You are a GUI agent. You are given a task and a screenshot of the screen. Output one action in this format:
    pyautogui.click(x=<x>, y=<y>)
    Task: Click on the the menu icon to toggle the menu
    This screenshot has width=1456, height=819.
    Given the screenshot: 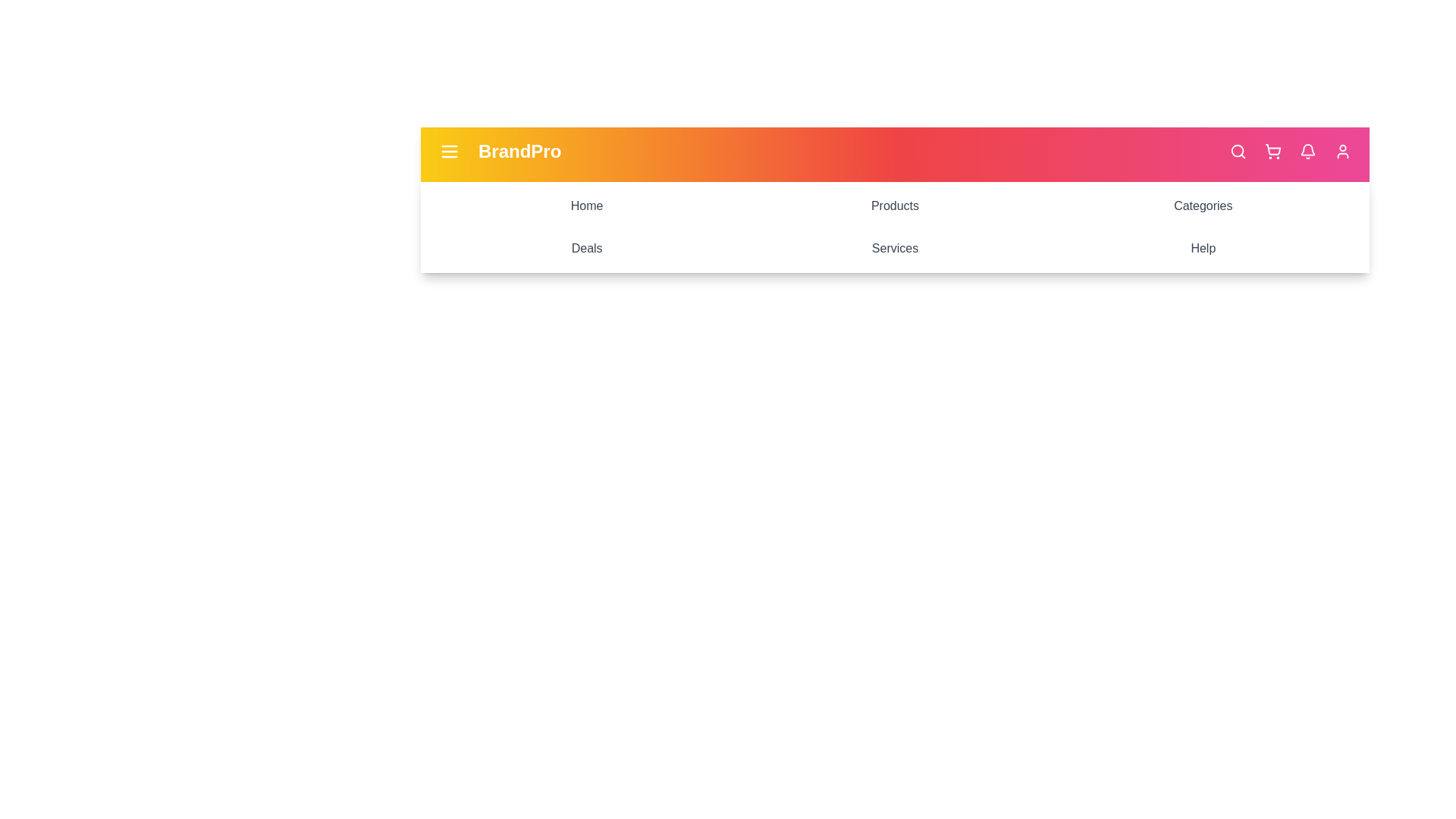 What is the action you would take?
    pyautogui.click(x=449, y=152)
    